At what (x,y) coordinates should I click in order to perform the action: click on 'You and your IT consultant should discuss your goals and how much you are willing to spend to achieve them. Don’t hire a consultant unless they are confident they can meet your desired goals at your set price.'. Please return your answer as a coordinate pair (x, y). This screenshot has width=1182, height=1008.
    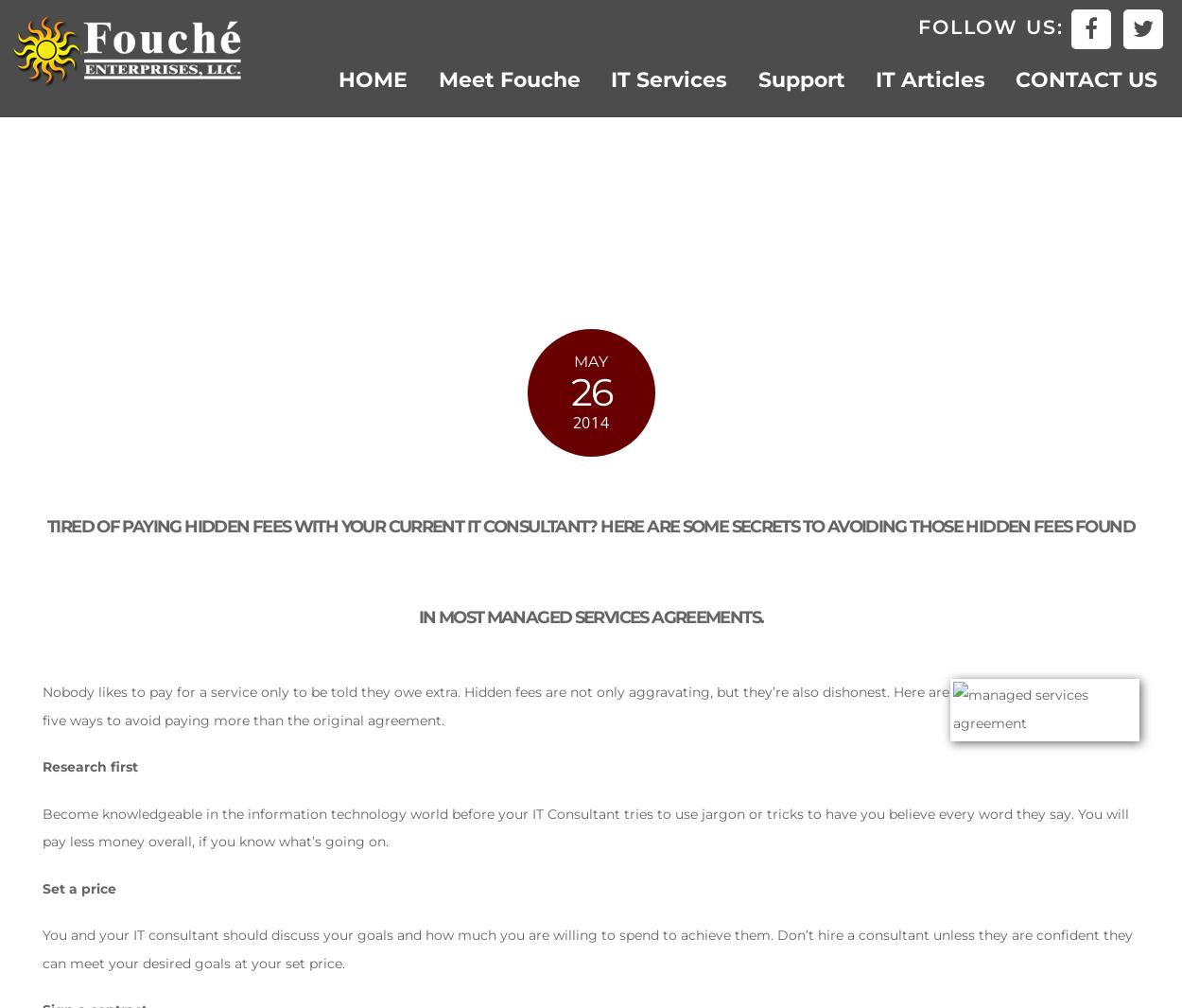
    Looking at the image, I should click on (586, 947).